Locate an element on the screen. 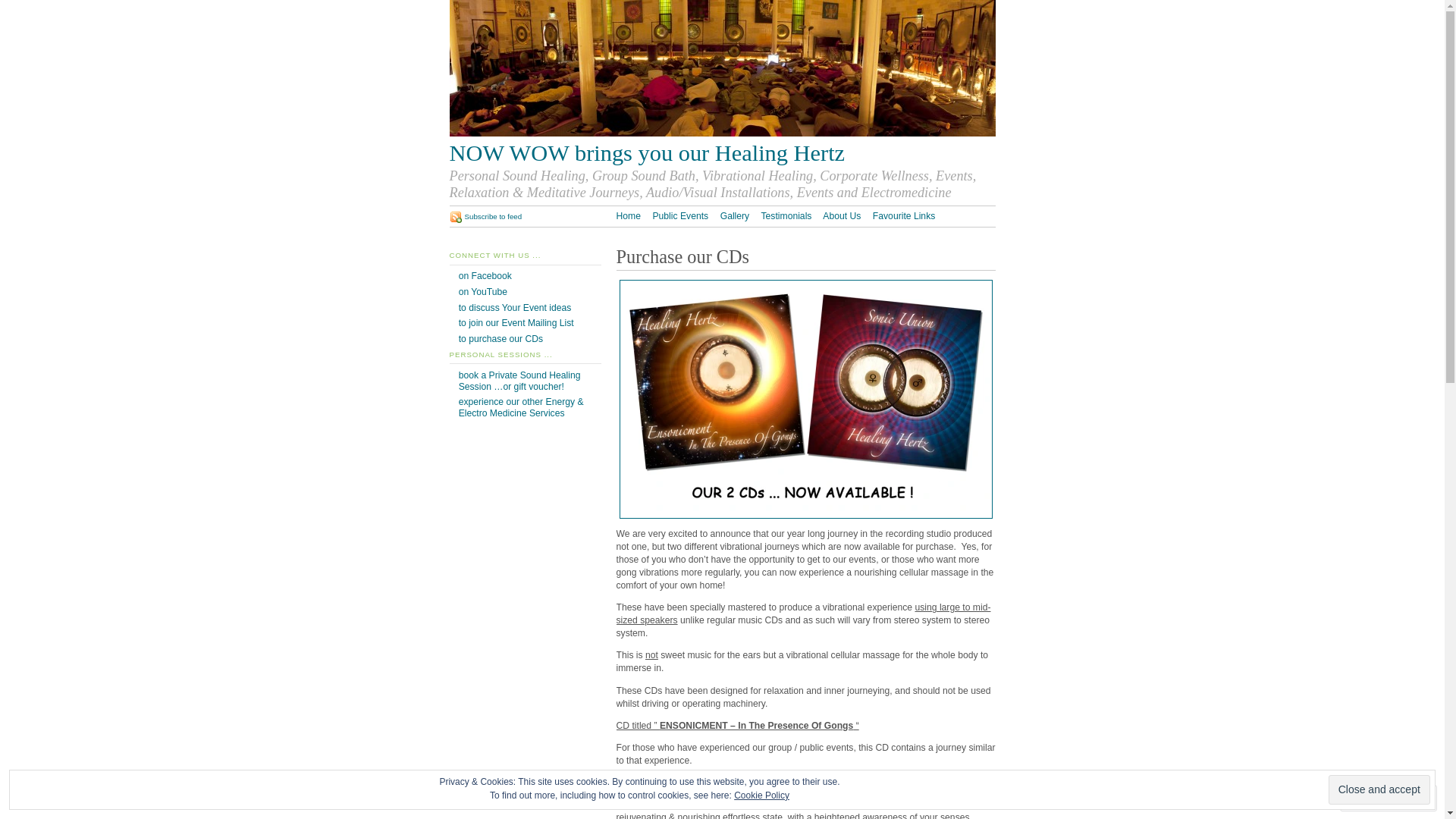 The image size is (1456, 819). 'Close and accept' is located at coordinates (1379, 789).